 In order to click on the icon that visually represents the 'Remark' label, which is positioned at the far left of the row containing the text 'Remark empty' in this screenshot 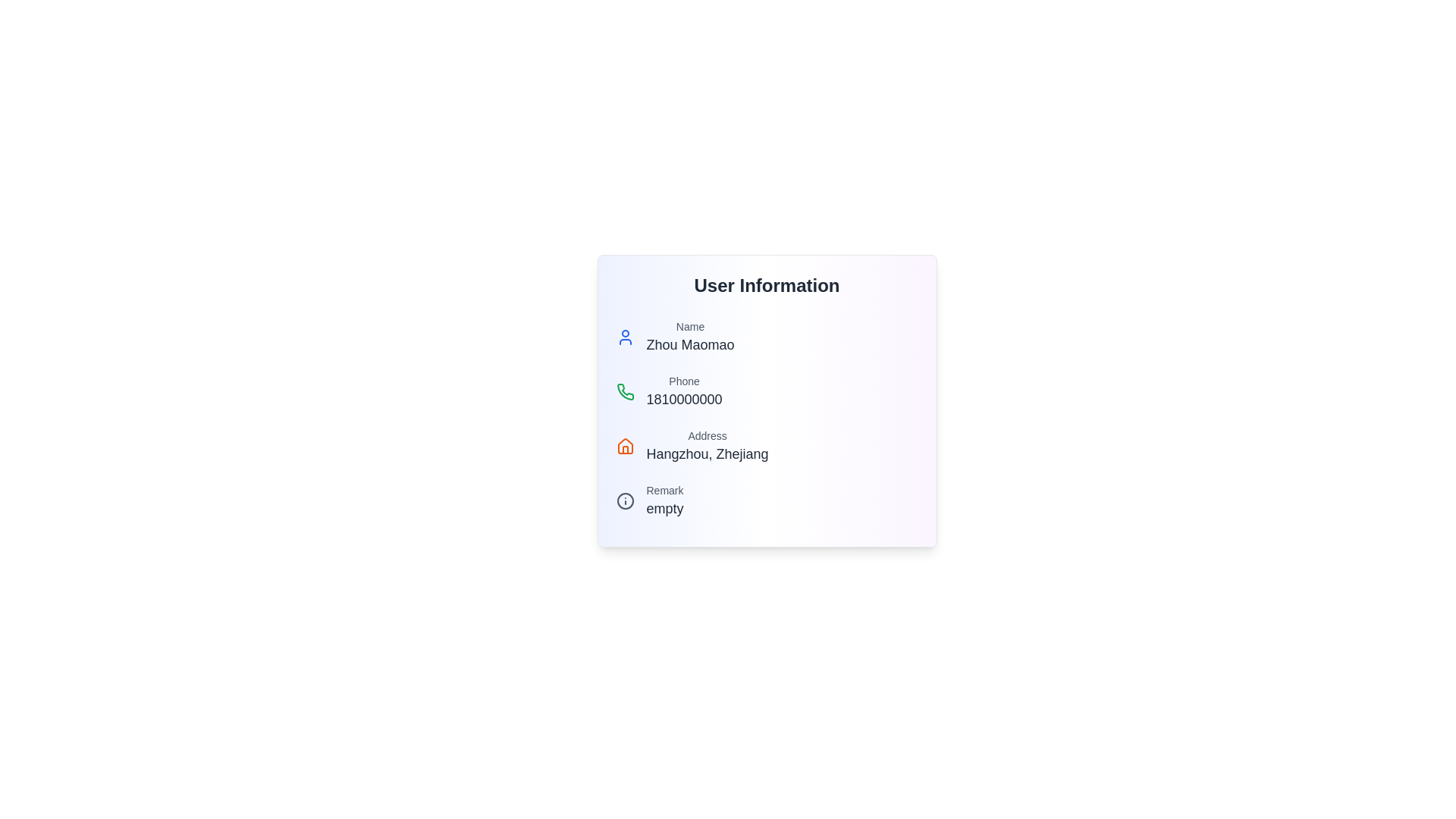, I will do `click(625, 500)`.